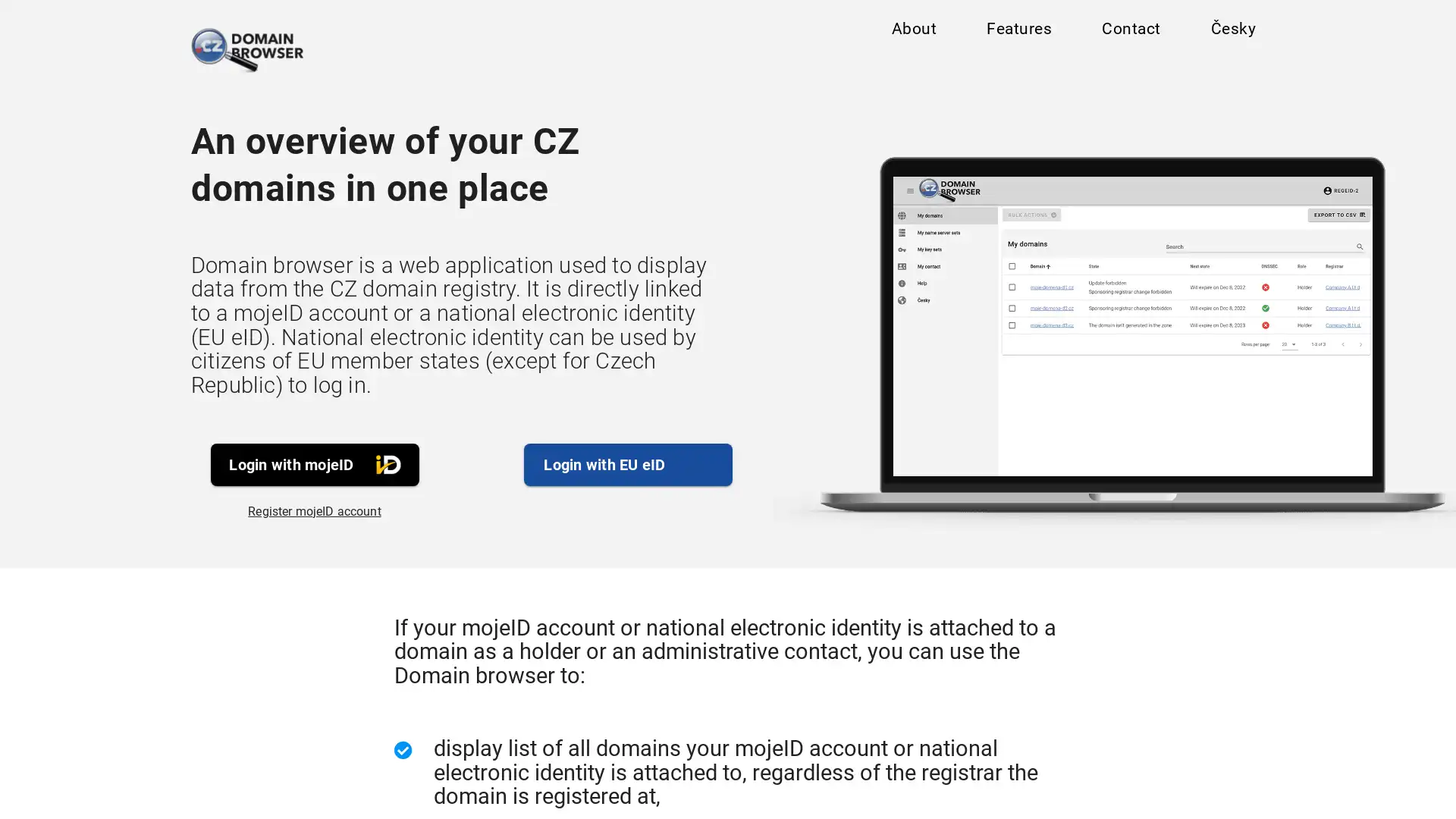 This screenshot has width=1456, height=819. I want to click on Features, so click(1018, 32).